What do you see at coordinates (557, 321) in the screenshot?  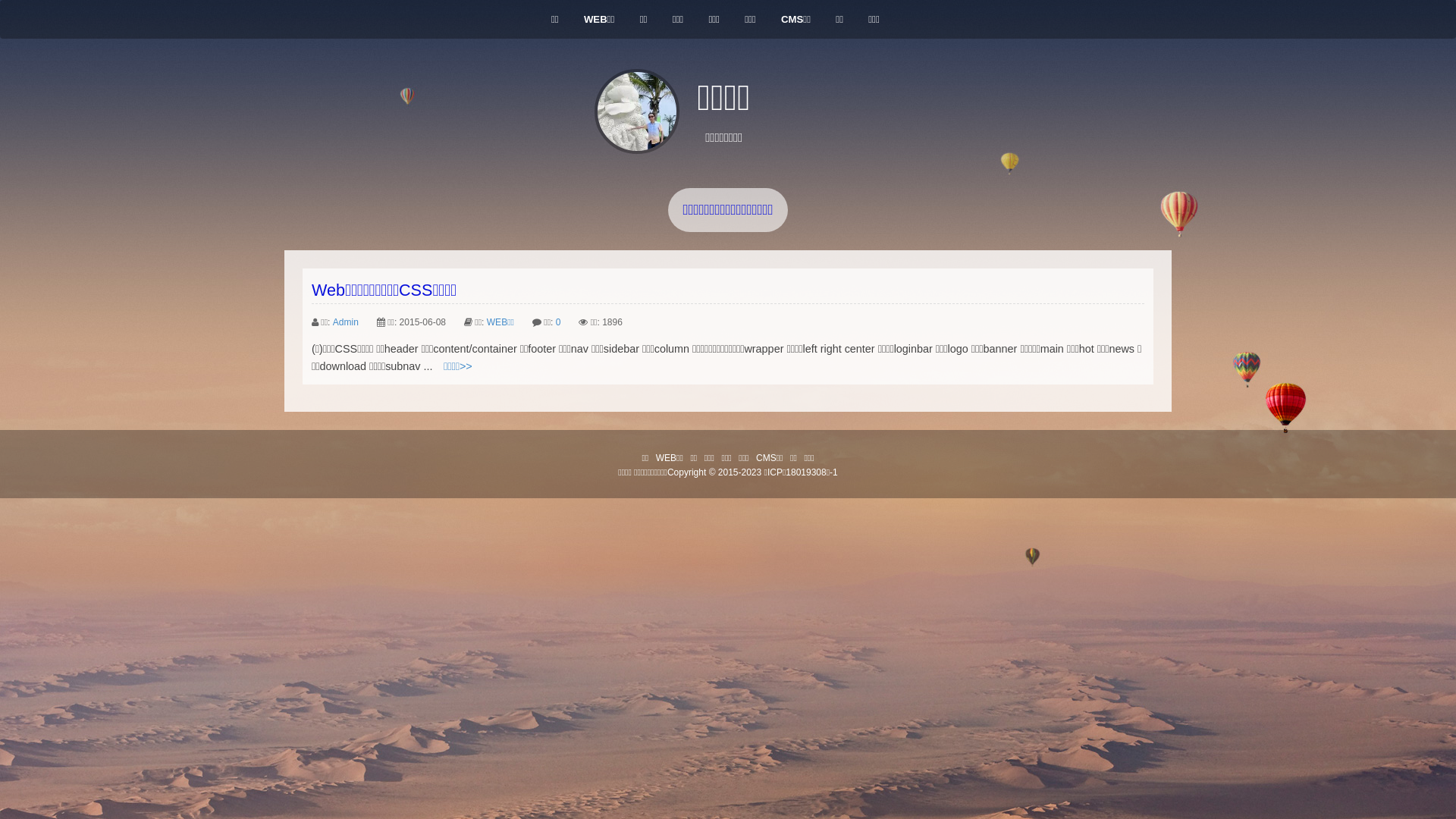 I see `'0'` at bounding box center [557, 321].